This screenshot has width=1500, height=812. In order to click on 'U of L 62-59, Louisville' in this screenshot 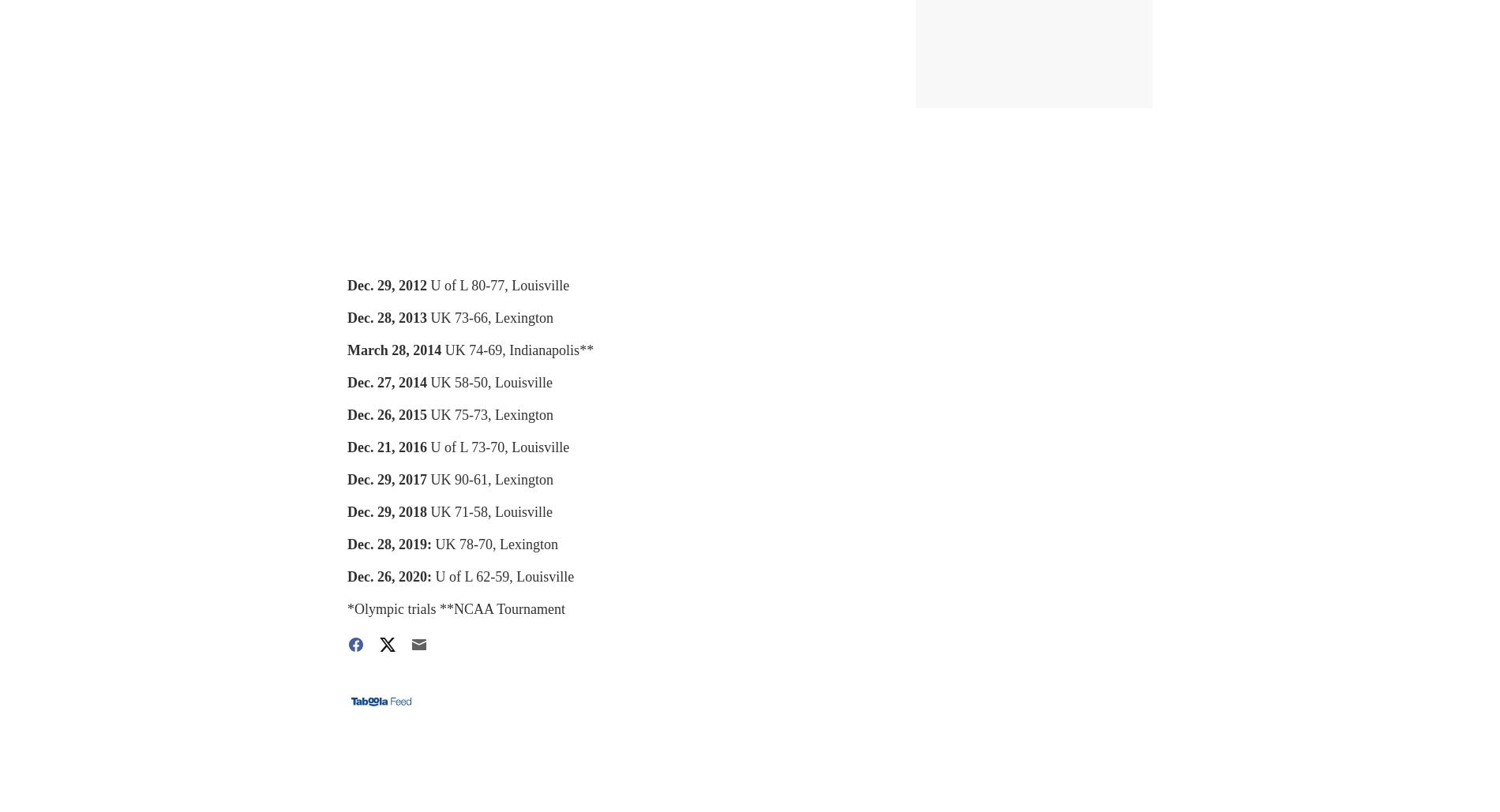, I will do `click(435, 576)`.